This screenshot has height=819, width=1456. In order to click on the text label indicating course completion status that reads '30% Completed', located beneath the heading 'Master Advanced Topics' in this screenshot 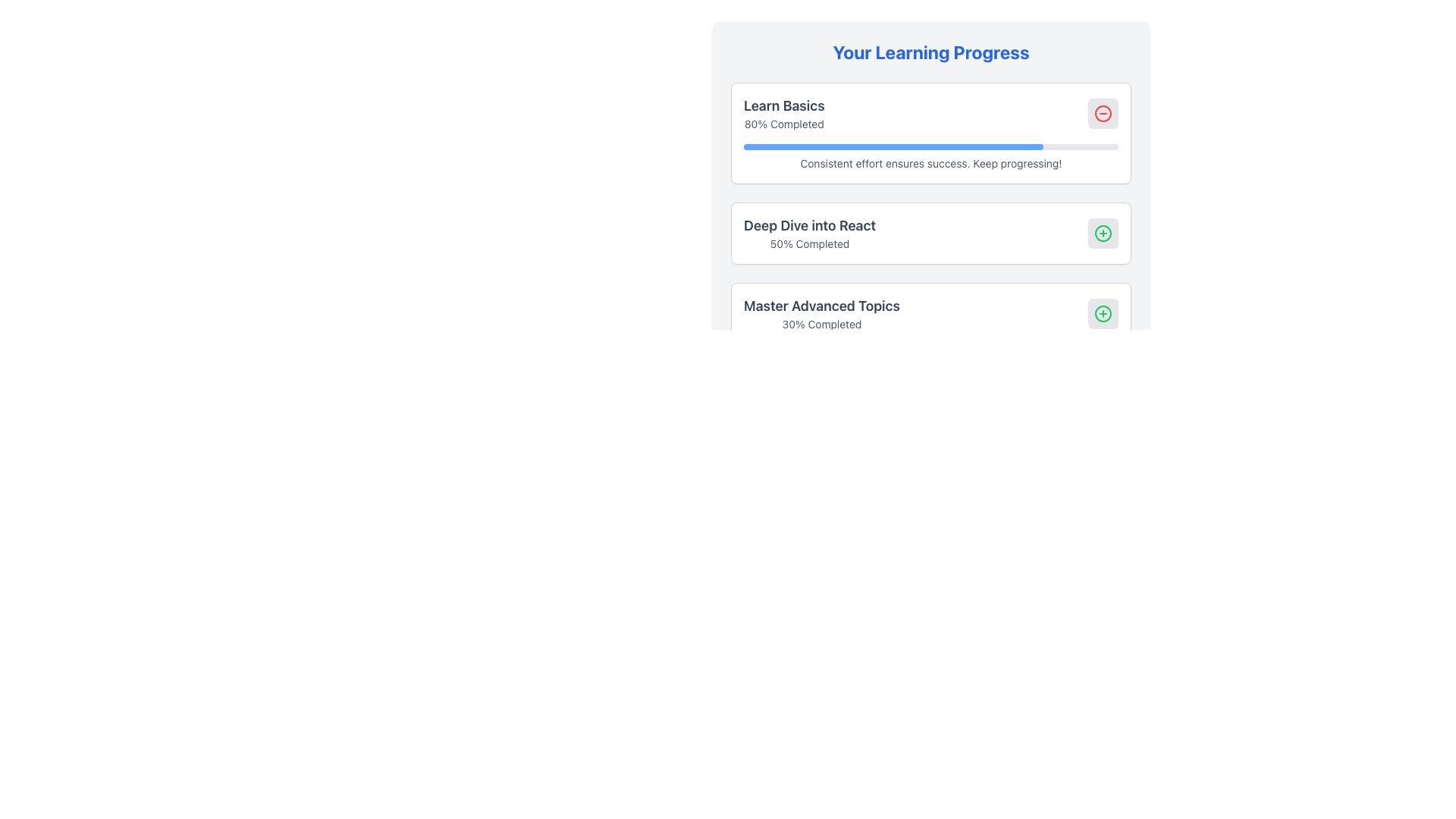, I will do `click(821, 324)`.